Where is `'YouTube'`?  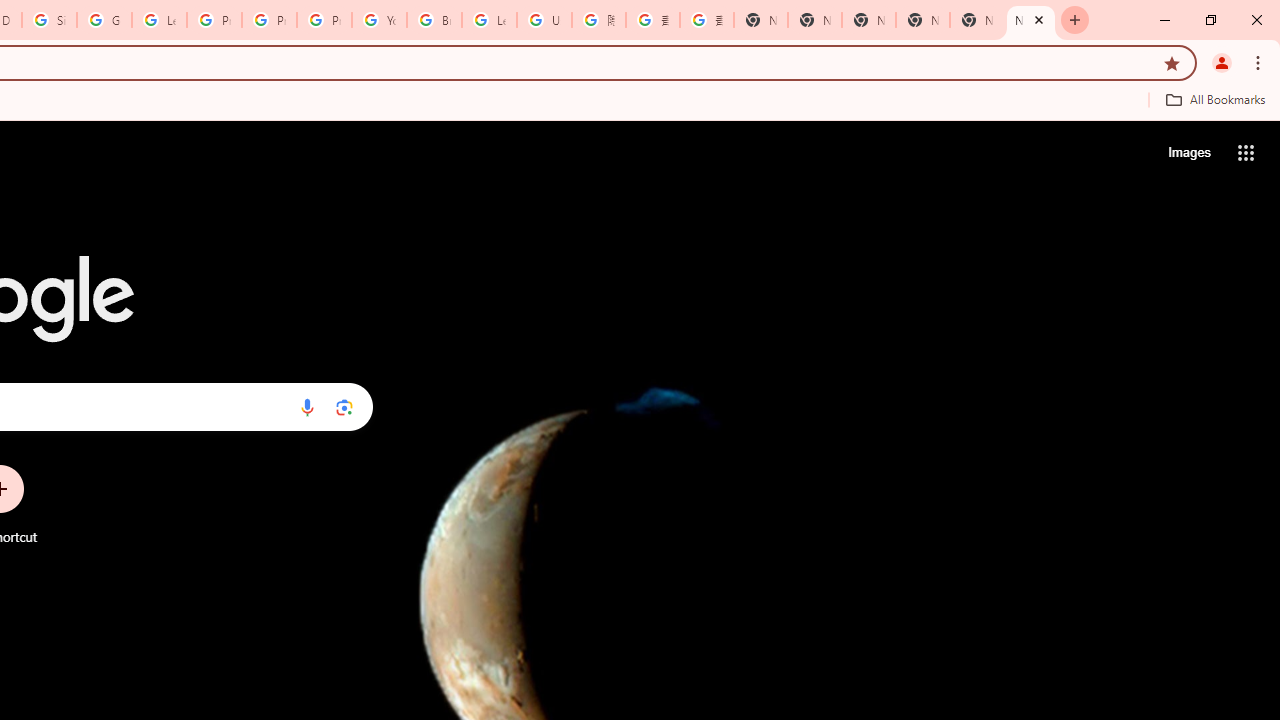
'YouTube' is located at coordinates (379, 20).